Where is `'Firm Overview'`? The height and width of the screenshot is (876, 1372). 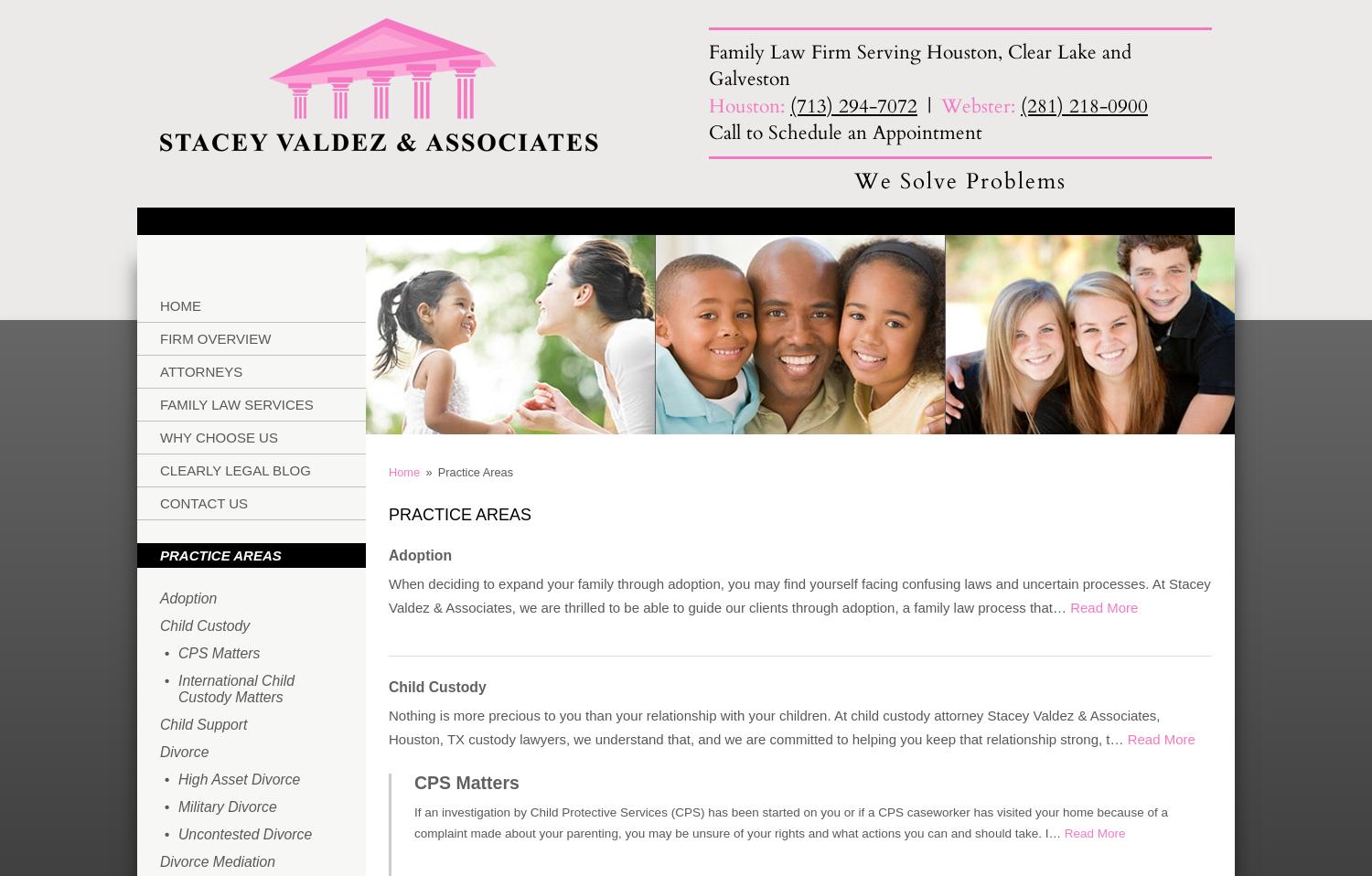
'Firm Overview' is located at coordinates (214, 337).